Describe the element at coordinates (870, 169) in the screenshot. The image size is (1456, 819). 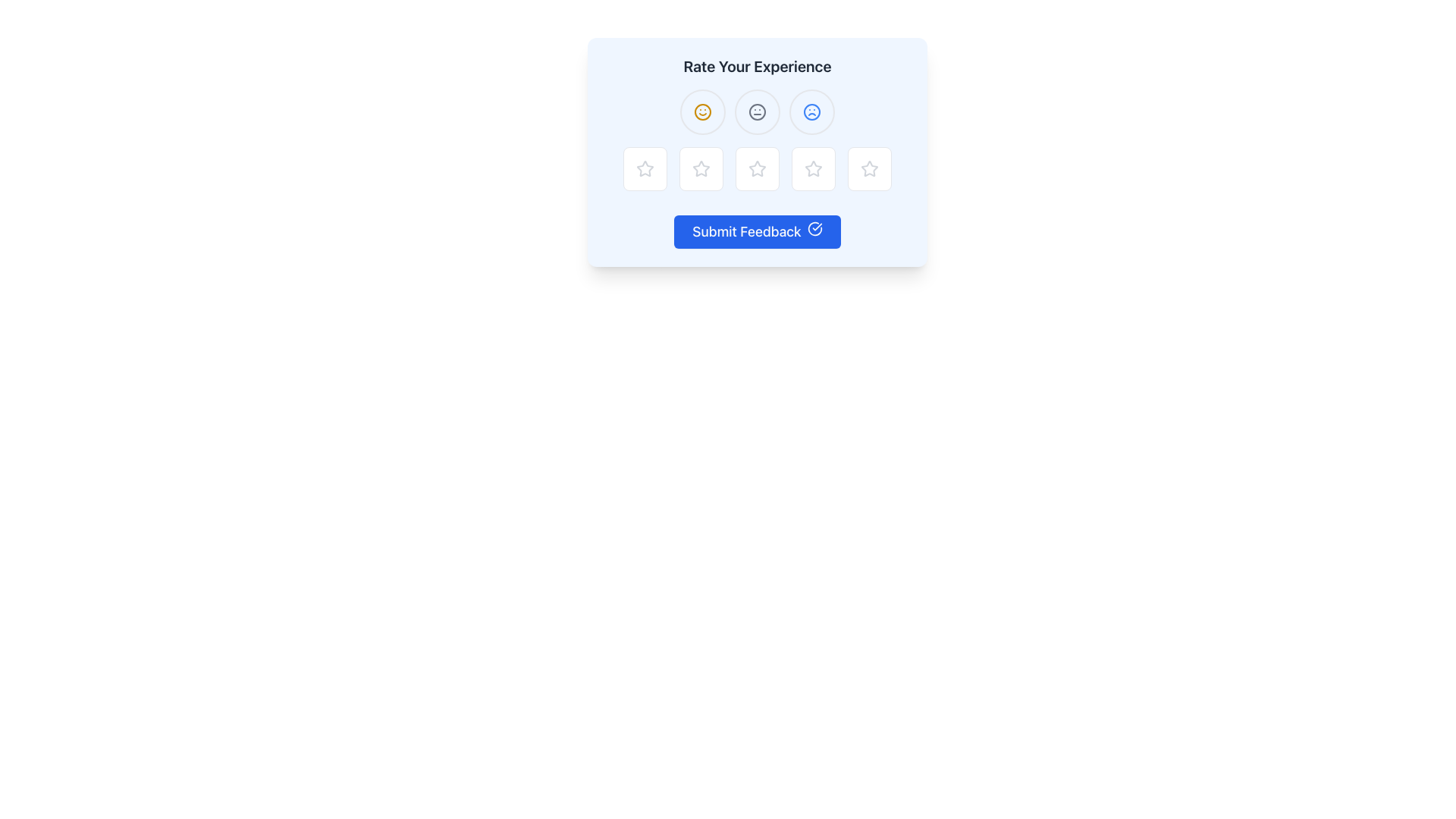
I see `the fifth star icon in the Star Rating Component` at that location.